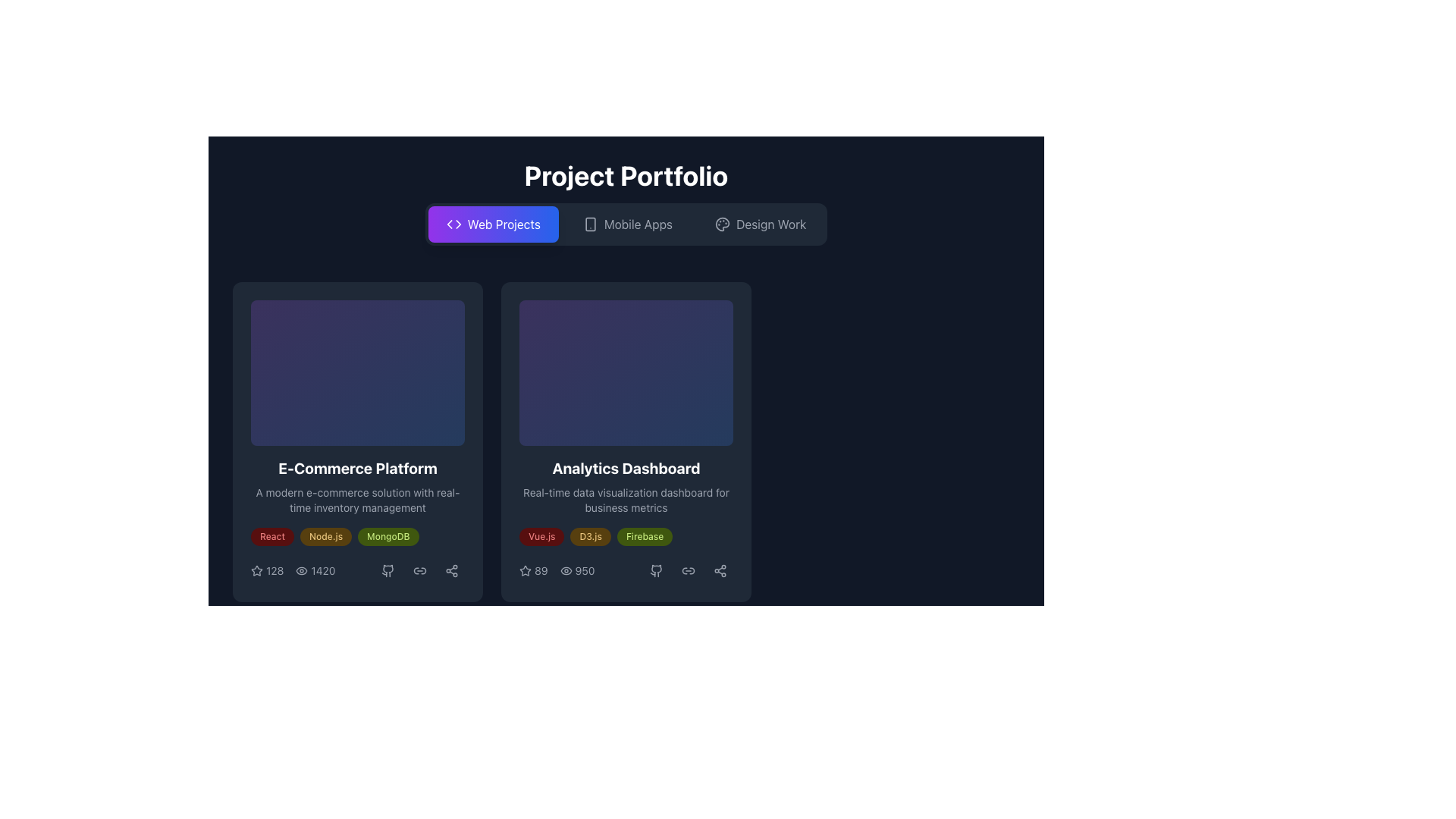  I want to click on the GitHub logo icon located within the 'E-Commerce Platform' card, so click(388, 570).